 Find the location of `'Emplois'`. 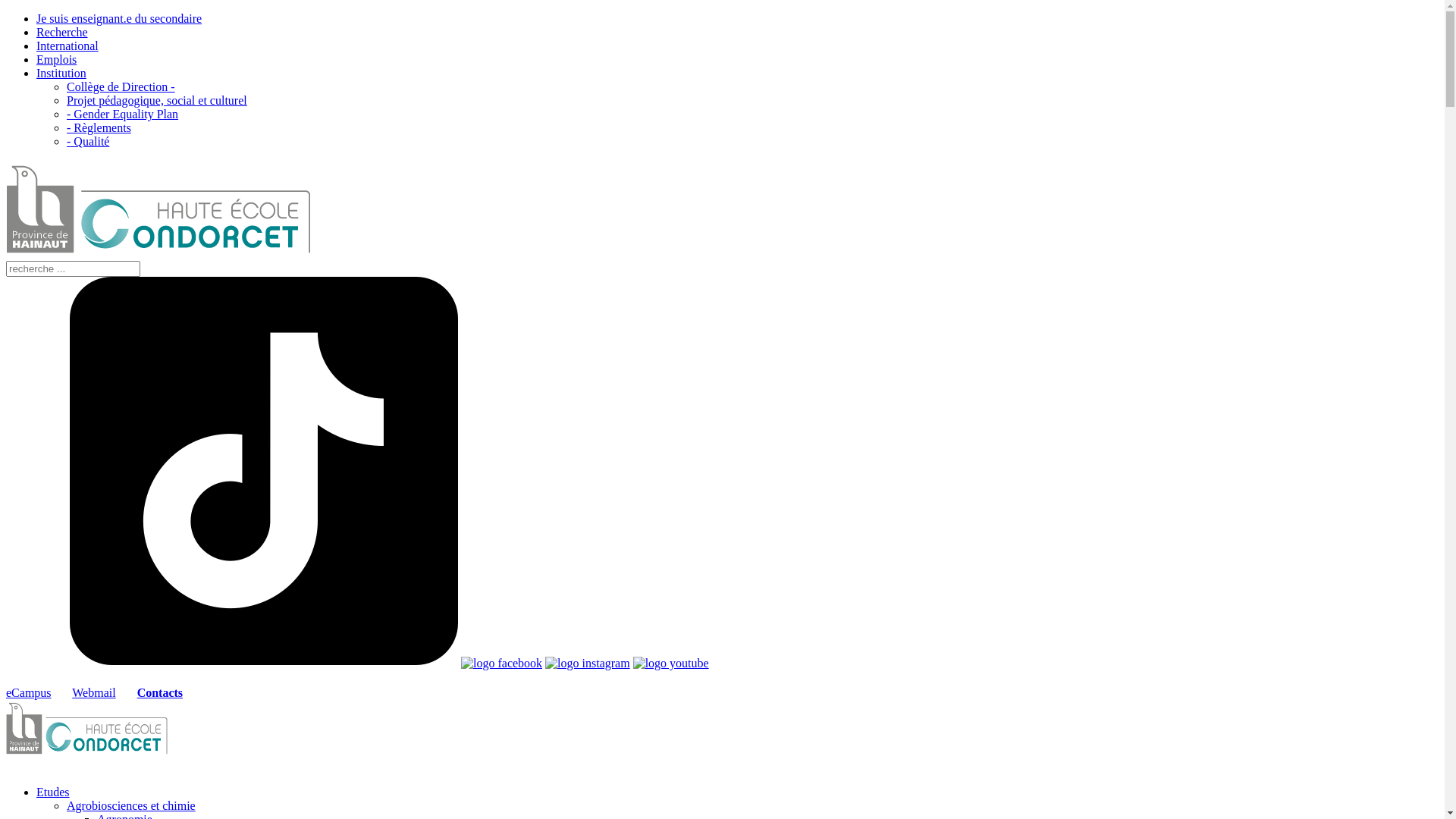

'Emplois' is located at coordinates (56, 58).